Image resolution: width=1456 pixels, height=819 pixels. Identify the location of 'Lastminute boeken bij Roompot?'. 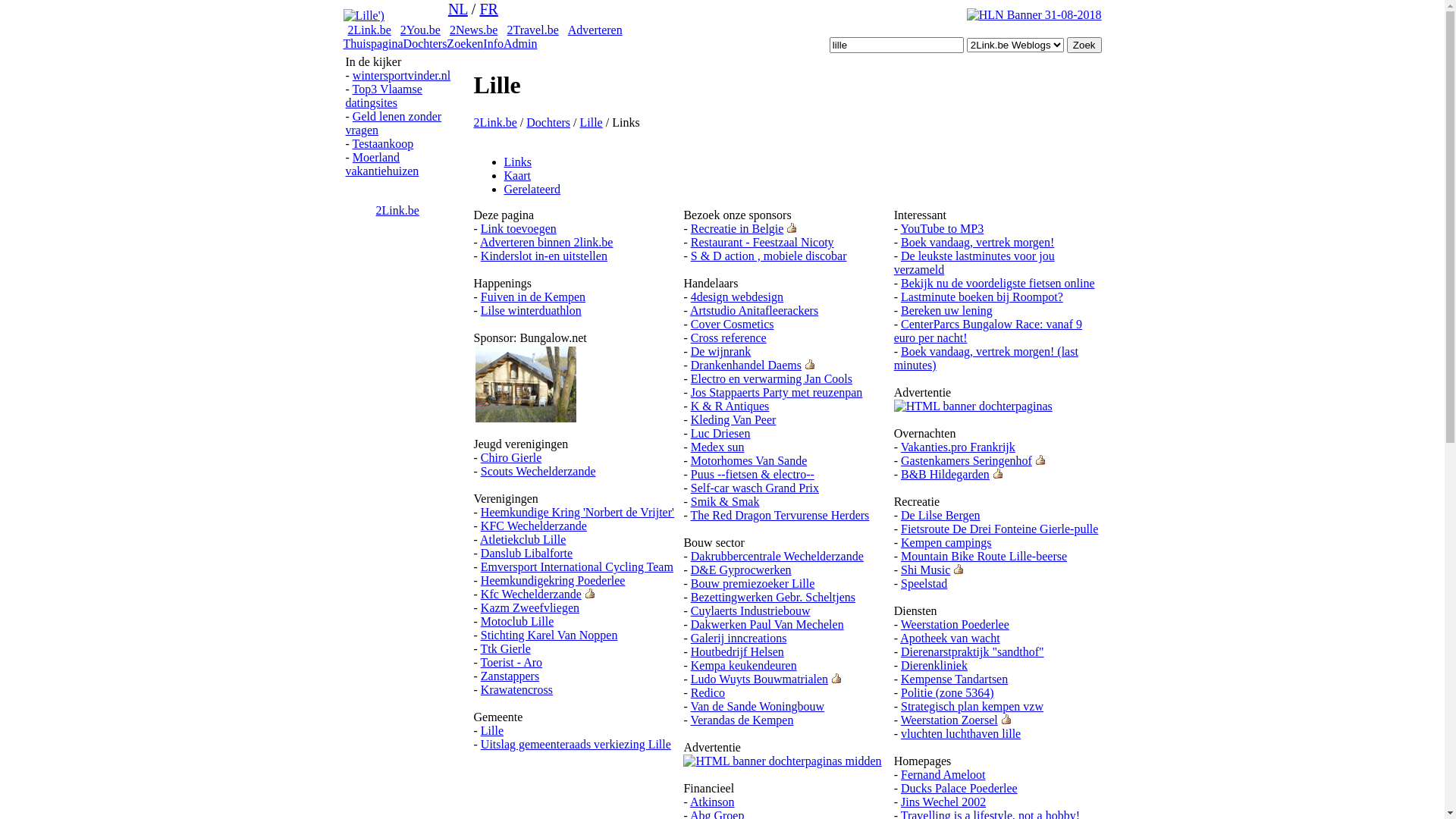
(982, 297).